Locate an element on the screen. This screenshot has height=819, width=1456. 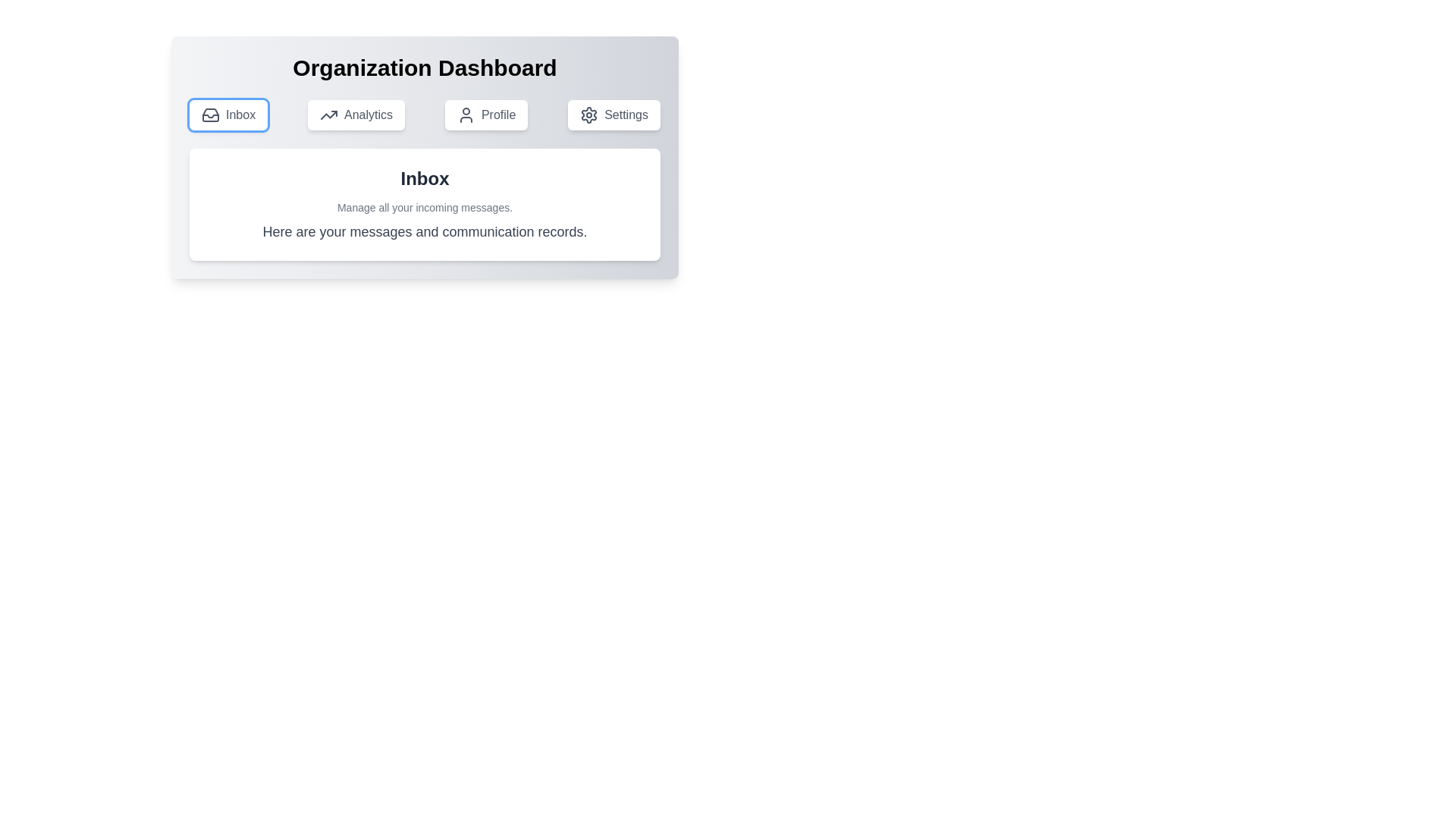
the gear-shaped settings icon located is located at coordinates (588, 114).